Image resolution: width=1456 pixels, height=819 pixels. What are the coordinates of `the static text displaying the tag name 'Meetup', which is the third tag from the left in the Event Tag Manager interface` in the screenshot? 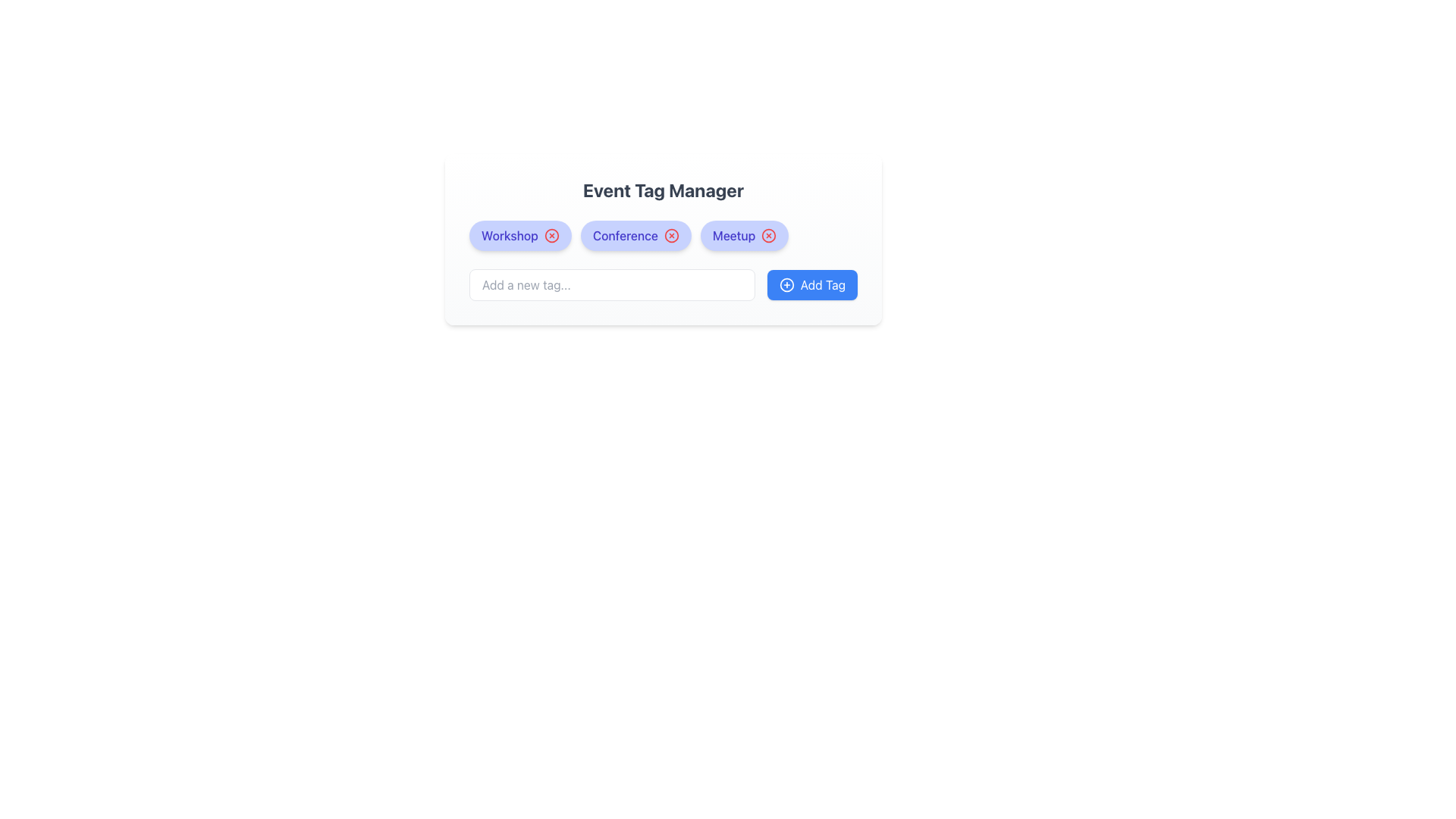 It's located at (734, 236).